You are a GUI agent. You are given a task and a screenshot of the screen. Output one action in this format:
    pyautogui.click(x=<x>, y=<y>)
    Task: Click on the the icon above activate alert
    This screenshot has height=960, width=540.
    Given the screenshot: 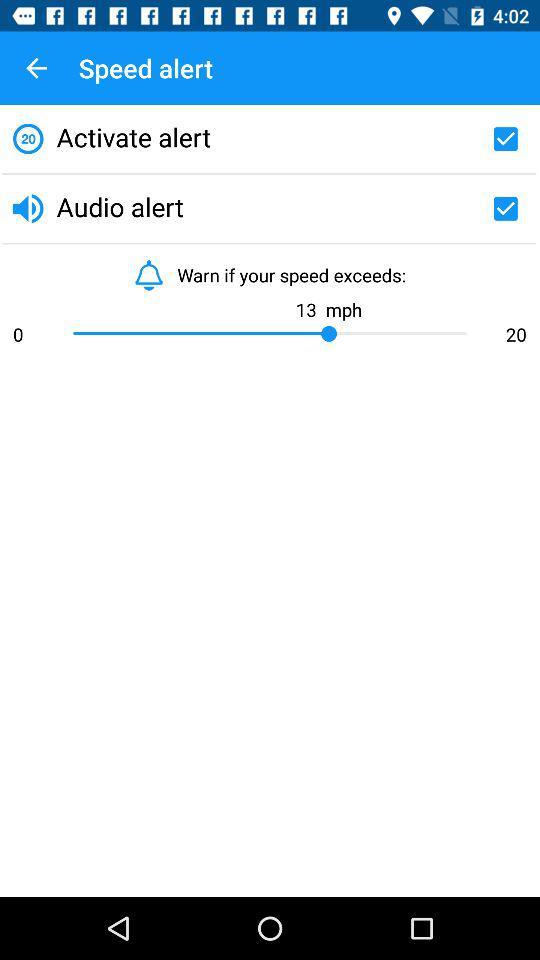 What is the action you would take?
    pyautogui.click(x=36, y=68)
    